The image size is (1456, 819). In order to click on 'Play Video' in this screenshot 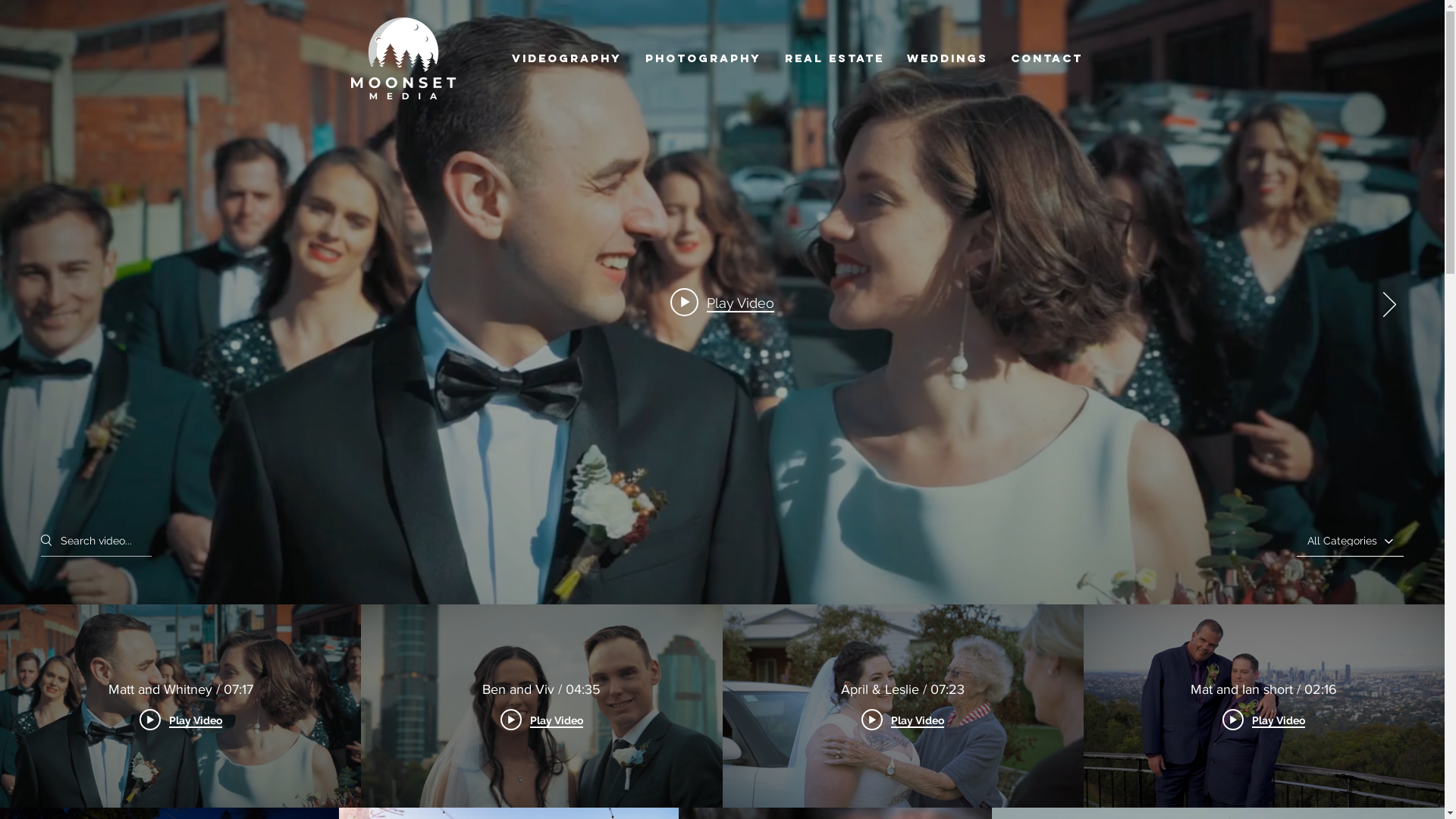, I will do `click(139, 718)`.